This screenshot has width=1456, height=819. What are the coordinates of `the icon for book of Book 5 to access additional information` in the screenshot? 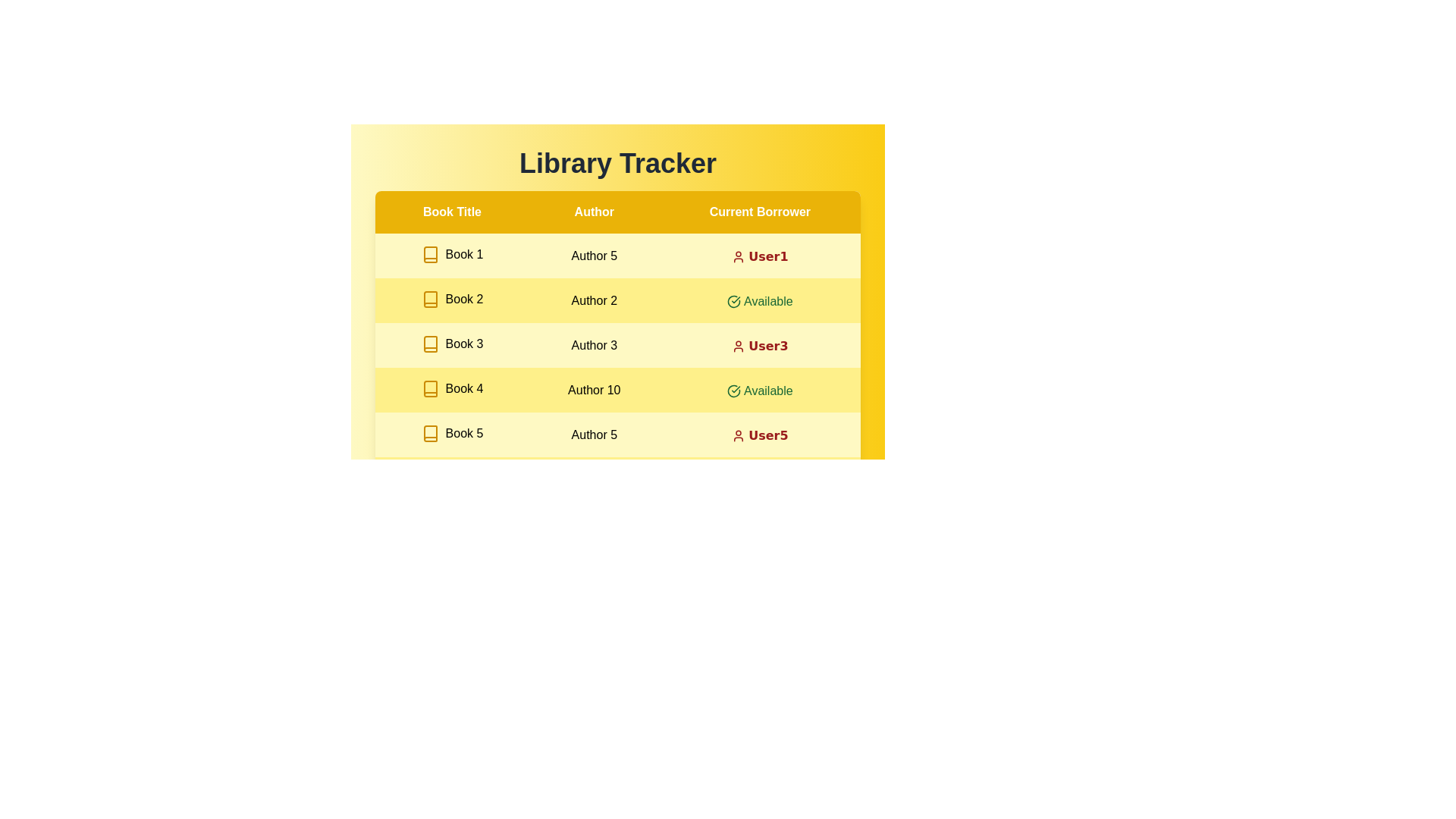 It's located at (429, 433).